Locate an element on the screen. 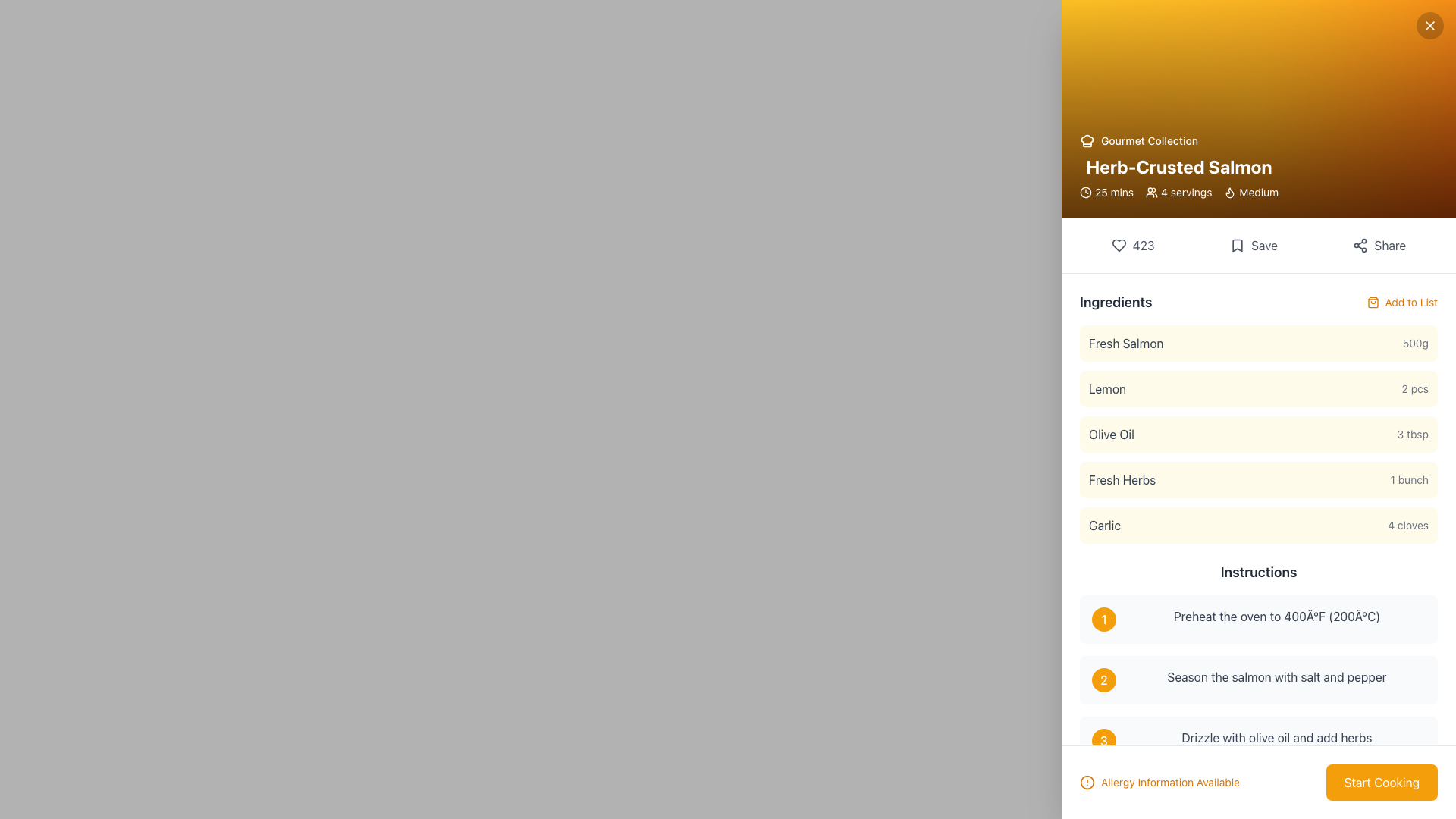 The image size is (1456, 819). the numeric text label displaying '423', which is located in the top-right section of the recipe detail panel, adjacent to the heart icon is located at coordinates (1144, 245).